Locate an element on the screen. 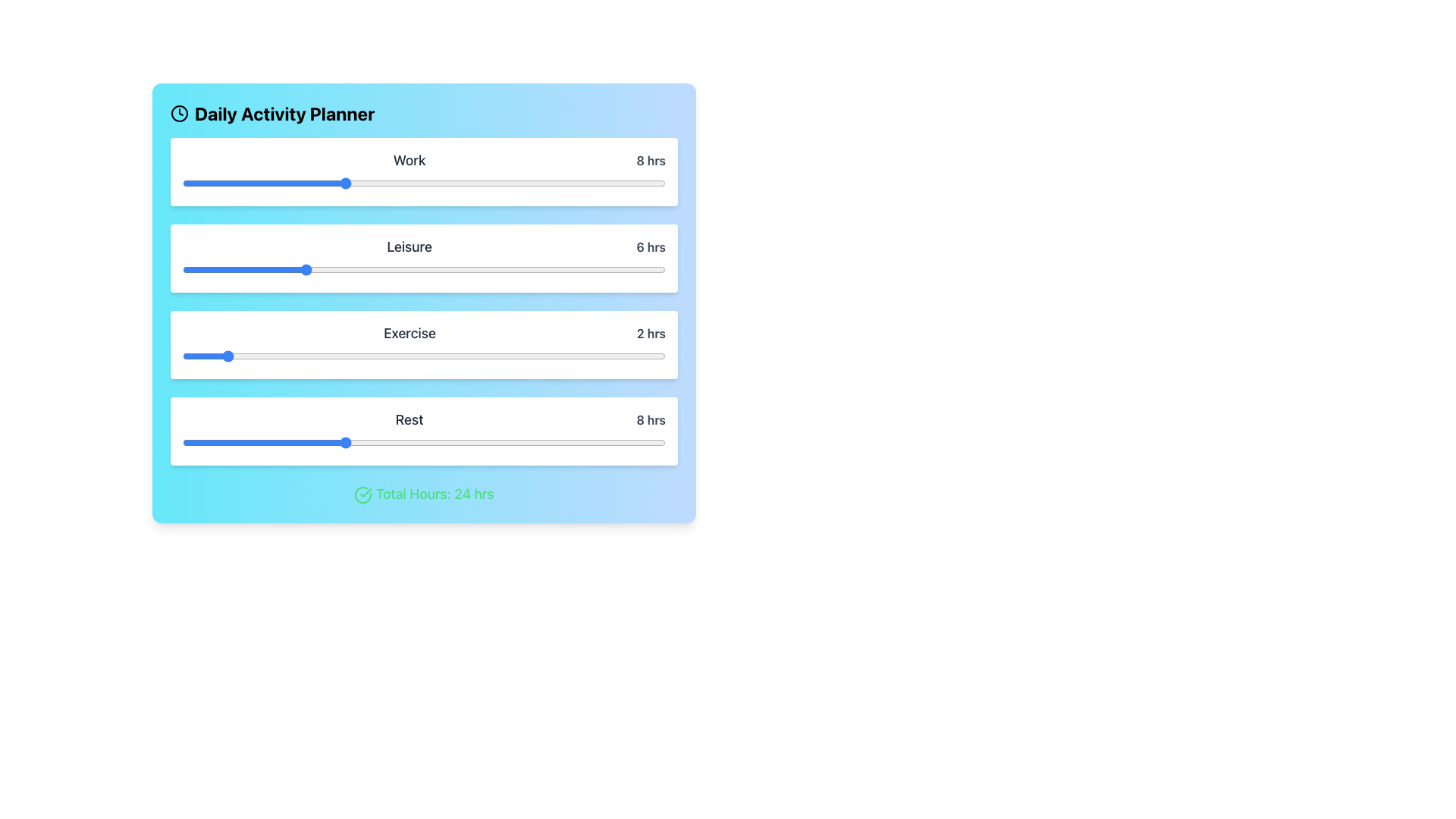 Image resolution: width=1456 pixels, height=819 pixels. the circular clock icon with a black outline on a turquoise background, located to the left of the 'Daily Activity Planner' heading is located at coordinates (179, 113).